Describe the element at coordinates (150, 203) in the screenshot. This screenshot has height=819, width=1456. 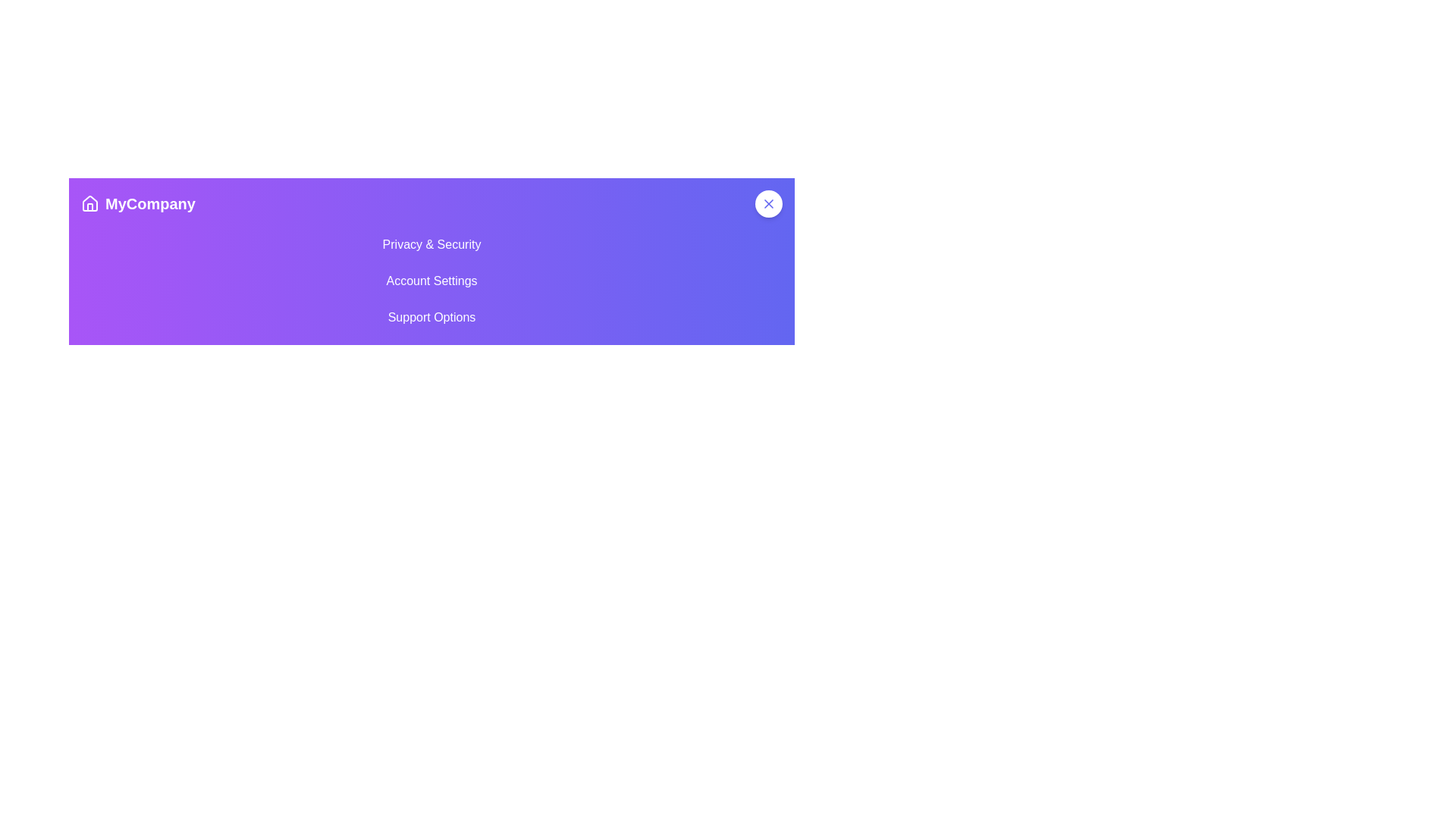
I see `the Text or Label element that identifies the company or application, located to the right of a house icon in a horizontal layout on a purple gradient background` at that location.